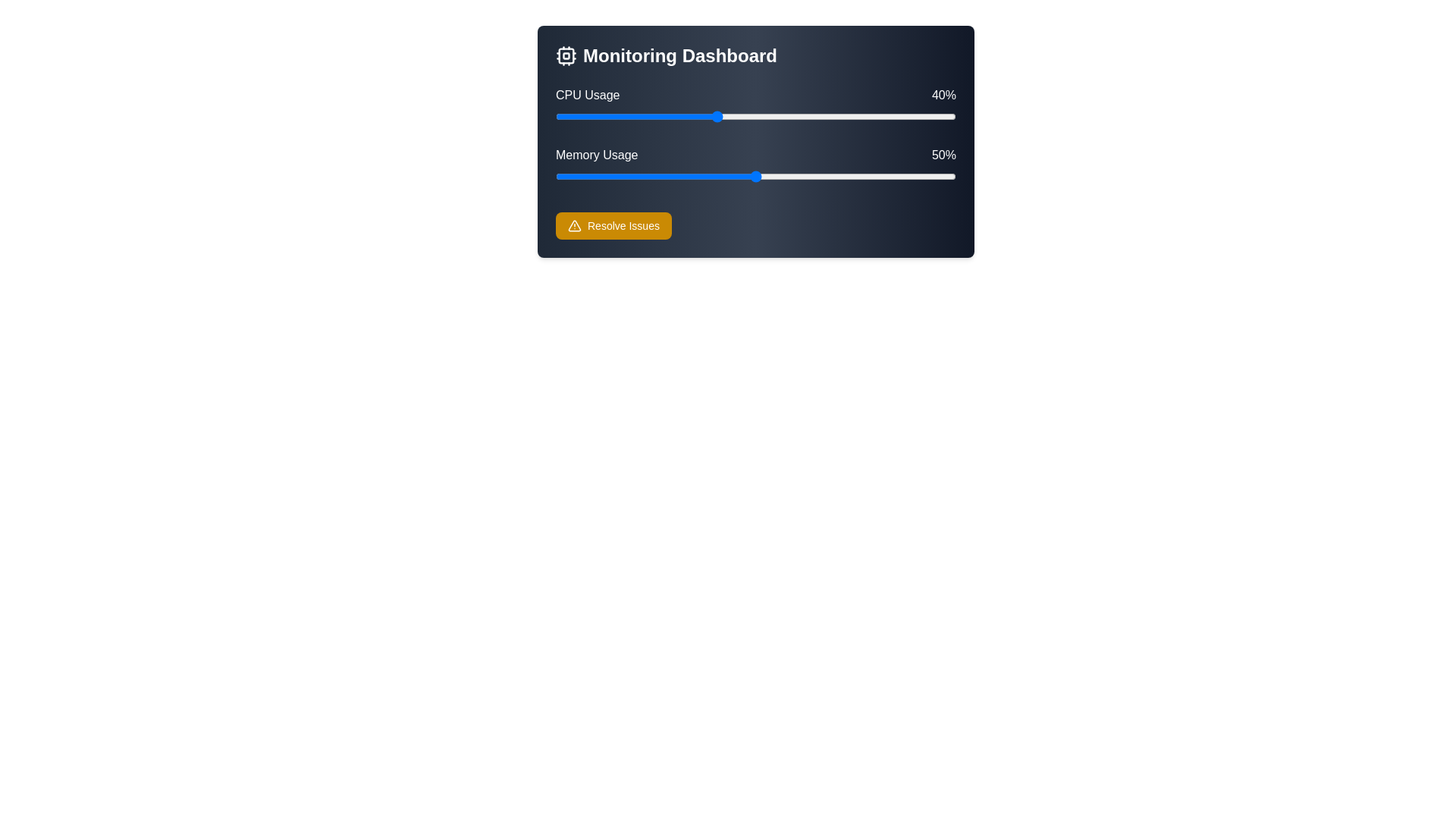  Describe the element at coordinates (587, 96) in the screenshot. I see `the text label displaying 'CPU Usage', which is styled in bold white font on a dark background, located in the top-left section of the dashboard interface` at that location.